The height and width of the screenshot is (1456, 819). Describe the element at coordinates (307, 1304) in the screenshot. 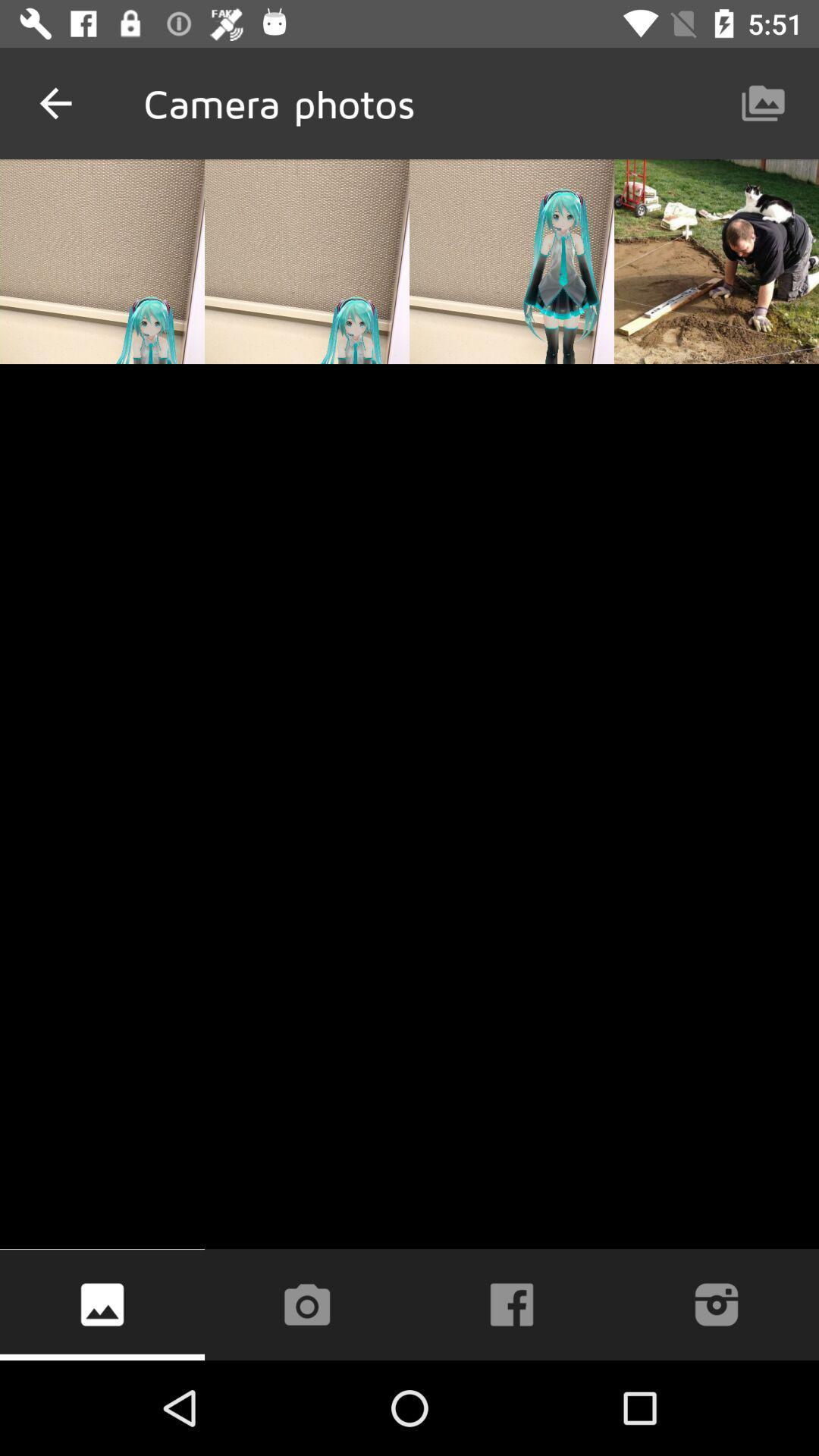

I see `open camera` at that location.